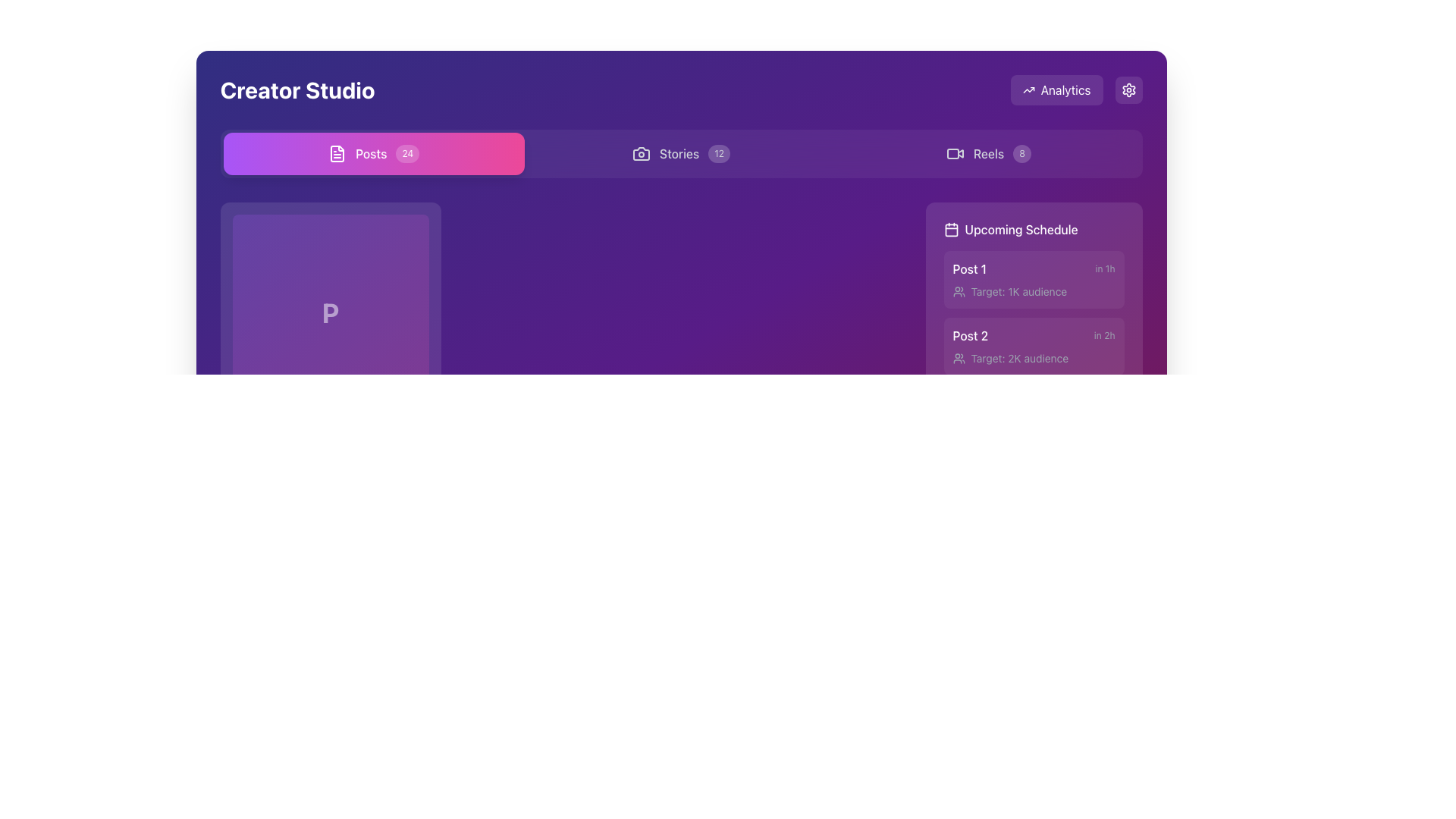 This screenshot has width=1456, height=819. Describe the element at coordinates (1104, 335) in the screenshot. I see `the Text Label indicating the time remaining (2 hours) until the scheduled post for 'Post 2', located in the 'Upcoming Schedule' section, specifically in the second entry labeled 'Post 2'` at that location.